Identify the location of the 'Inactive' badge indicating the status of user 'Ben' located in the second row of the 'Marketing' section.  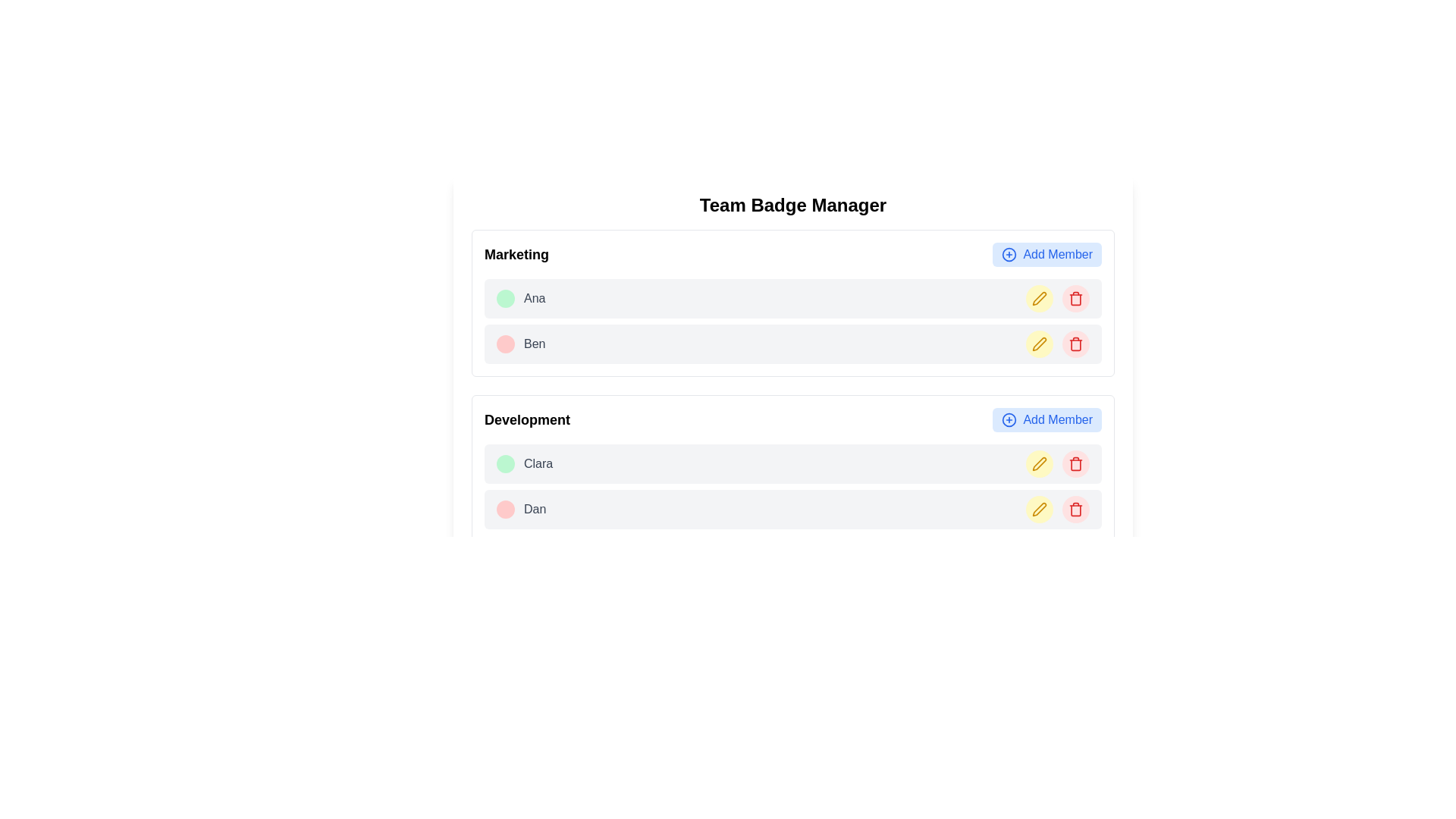
(506, 344).